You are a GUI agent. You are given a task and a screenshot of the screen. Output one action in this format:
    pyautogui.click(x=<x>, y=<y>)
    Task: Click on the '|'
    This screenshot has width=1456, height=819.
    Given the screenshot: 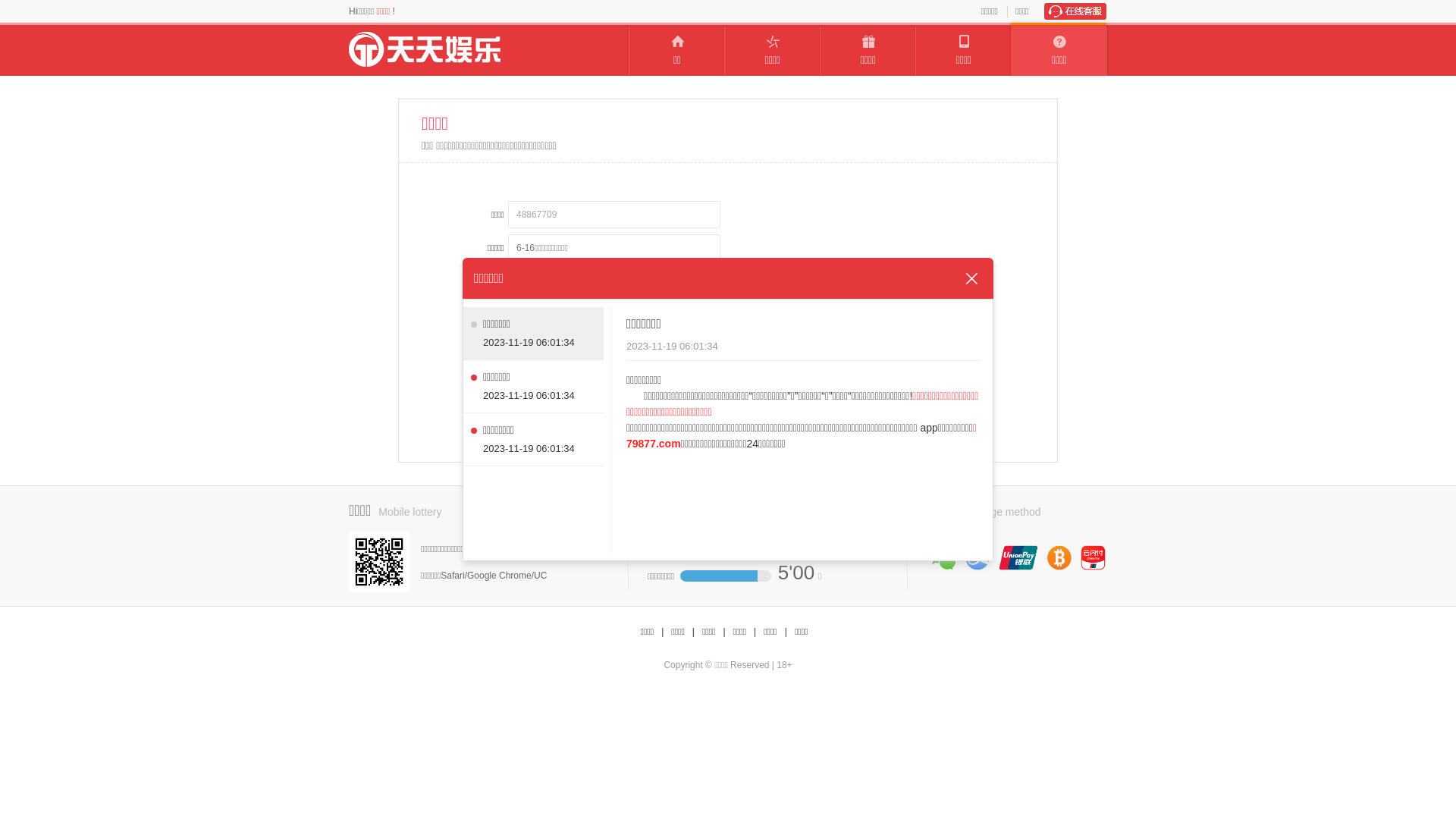 What is the action you would take?
    pyautogui.click(x=692, y=632)
    